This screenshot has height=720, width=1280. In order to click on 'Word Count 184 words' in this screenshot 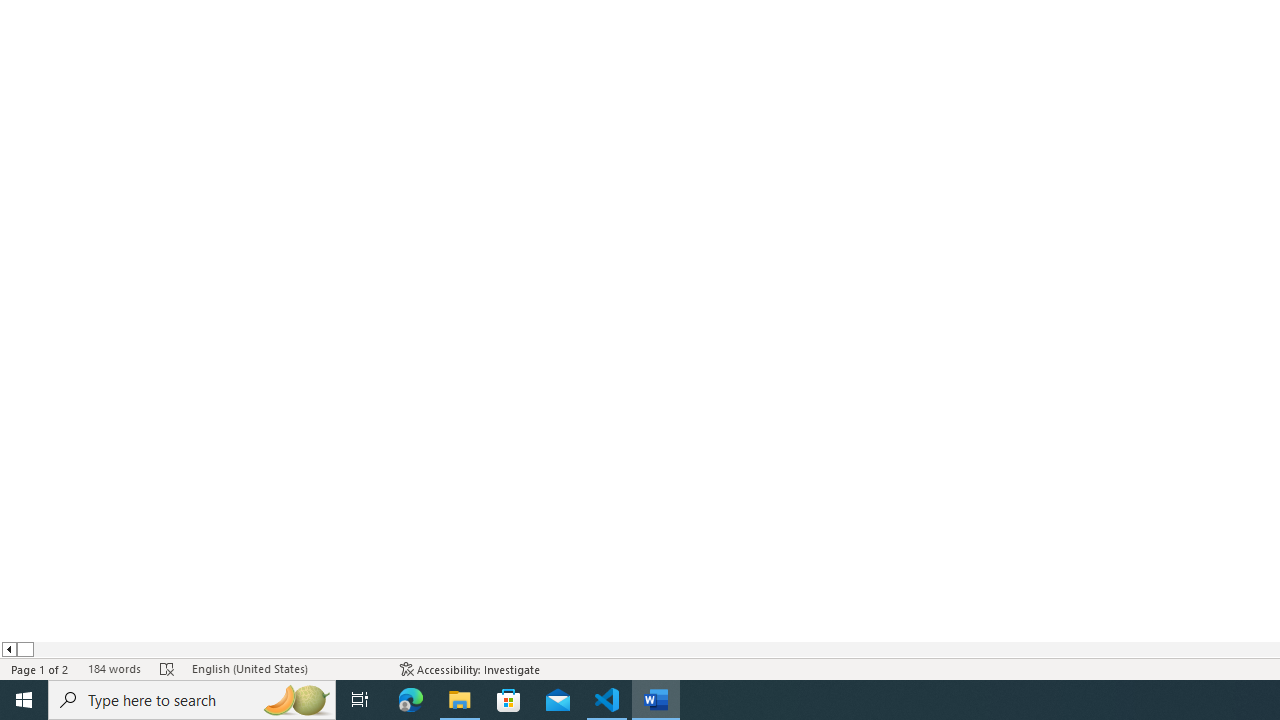, I will do `click(112, 669)`.